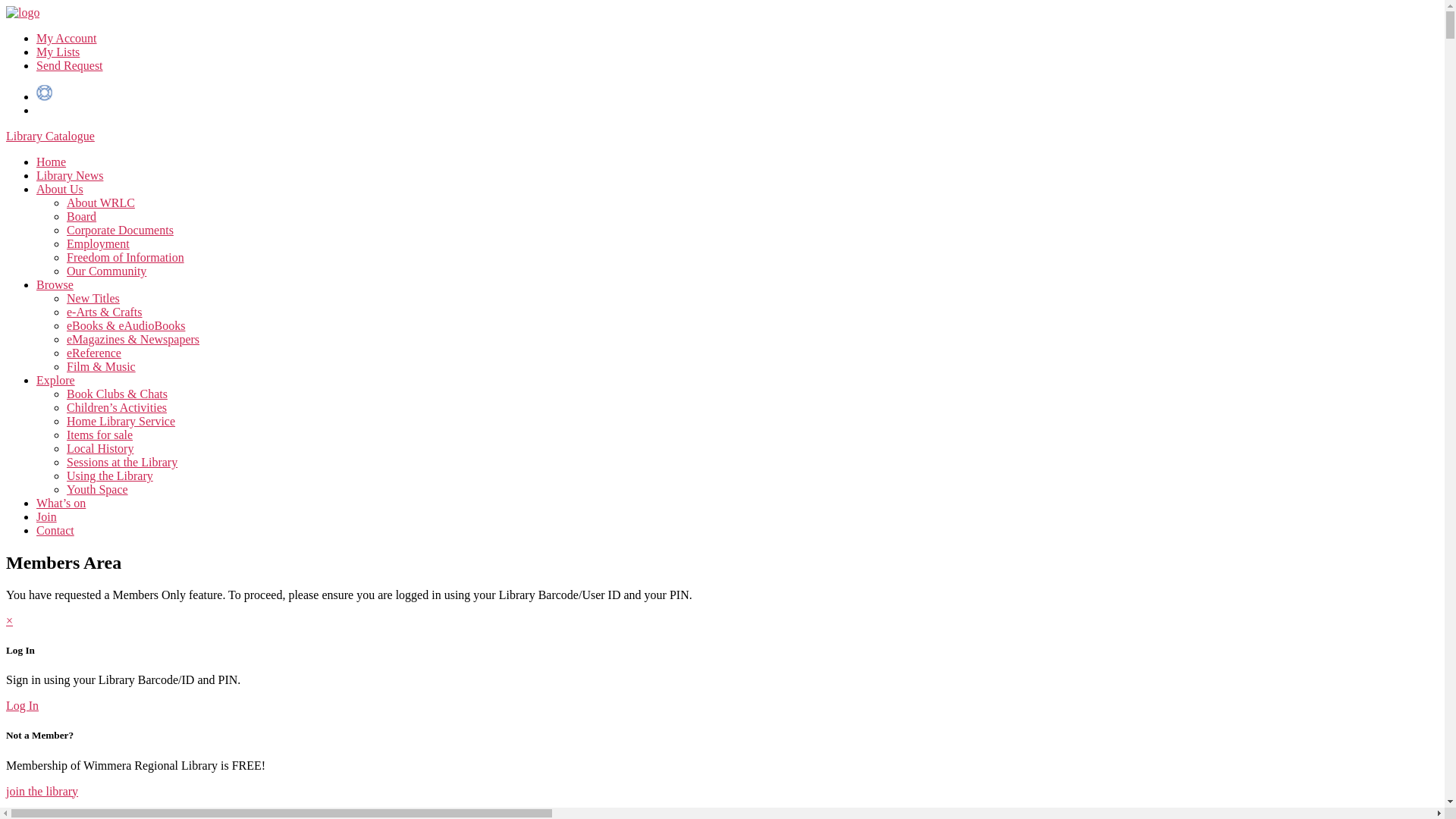 This screenshot has width=1456, height=819. What do you see at coordinates (126, 325) in the screenshot?
I see `'eBooks & eAudioBooks'` at bounding box center [126, 325].